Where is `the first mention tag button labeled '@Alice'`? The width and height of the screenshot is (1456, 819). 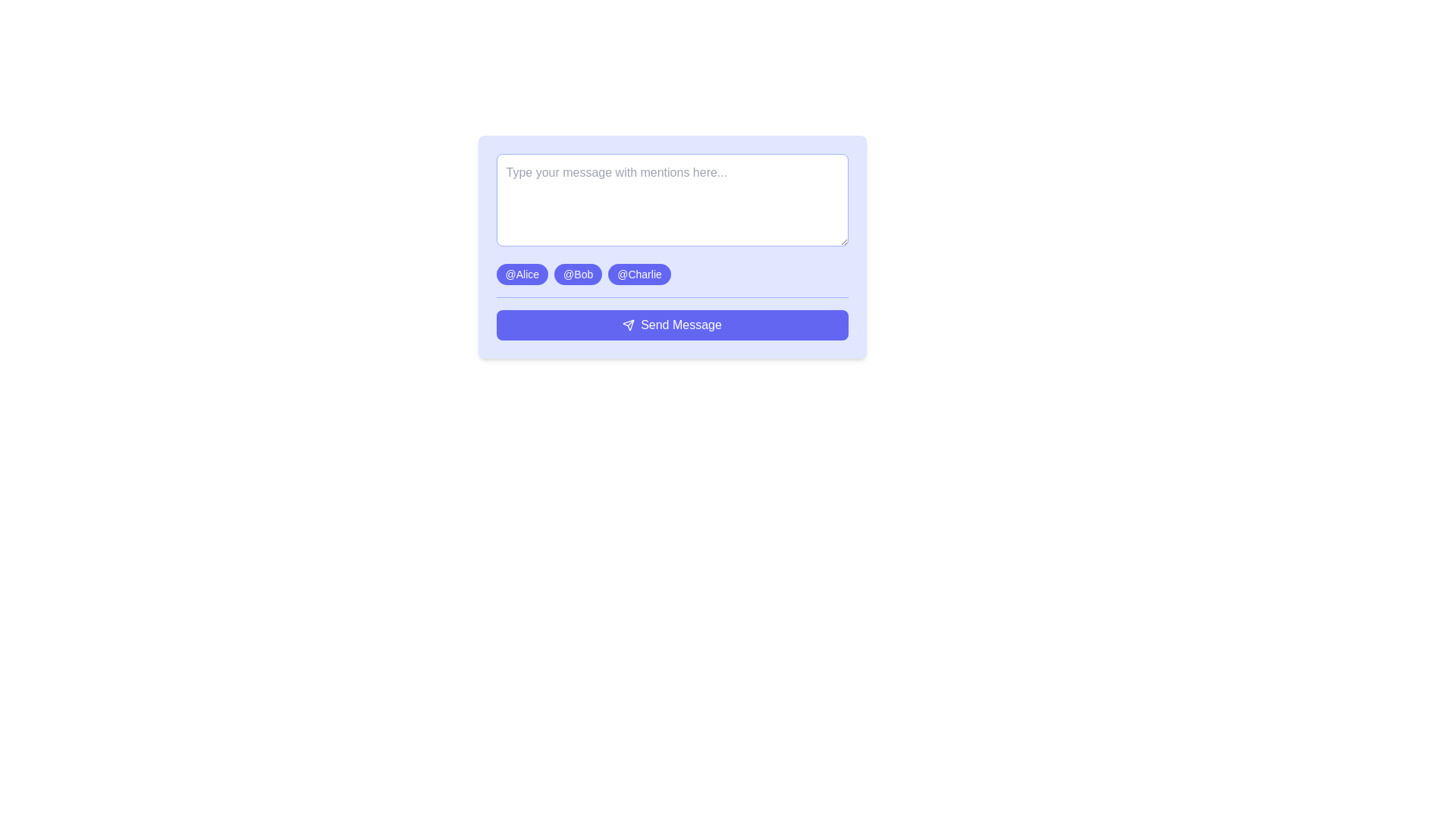 the first mention tag button labeled '@Alice' is located at coordinates (522, 275).